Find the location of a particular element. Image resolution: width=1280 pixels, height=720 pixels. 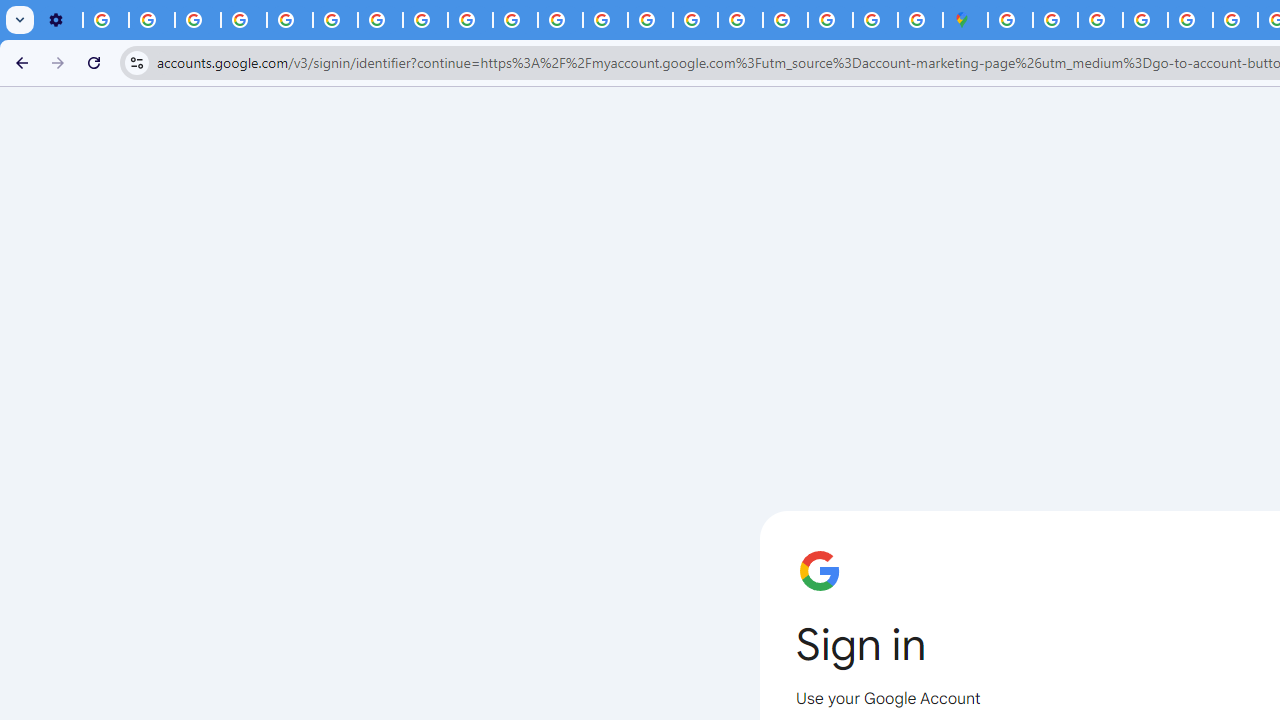

'Sign in - Google Accounts' is located at coordinates (1010, 20).